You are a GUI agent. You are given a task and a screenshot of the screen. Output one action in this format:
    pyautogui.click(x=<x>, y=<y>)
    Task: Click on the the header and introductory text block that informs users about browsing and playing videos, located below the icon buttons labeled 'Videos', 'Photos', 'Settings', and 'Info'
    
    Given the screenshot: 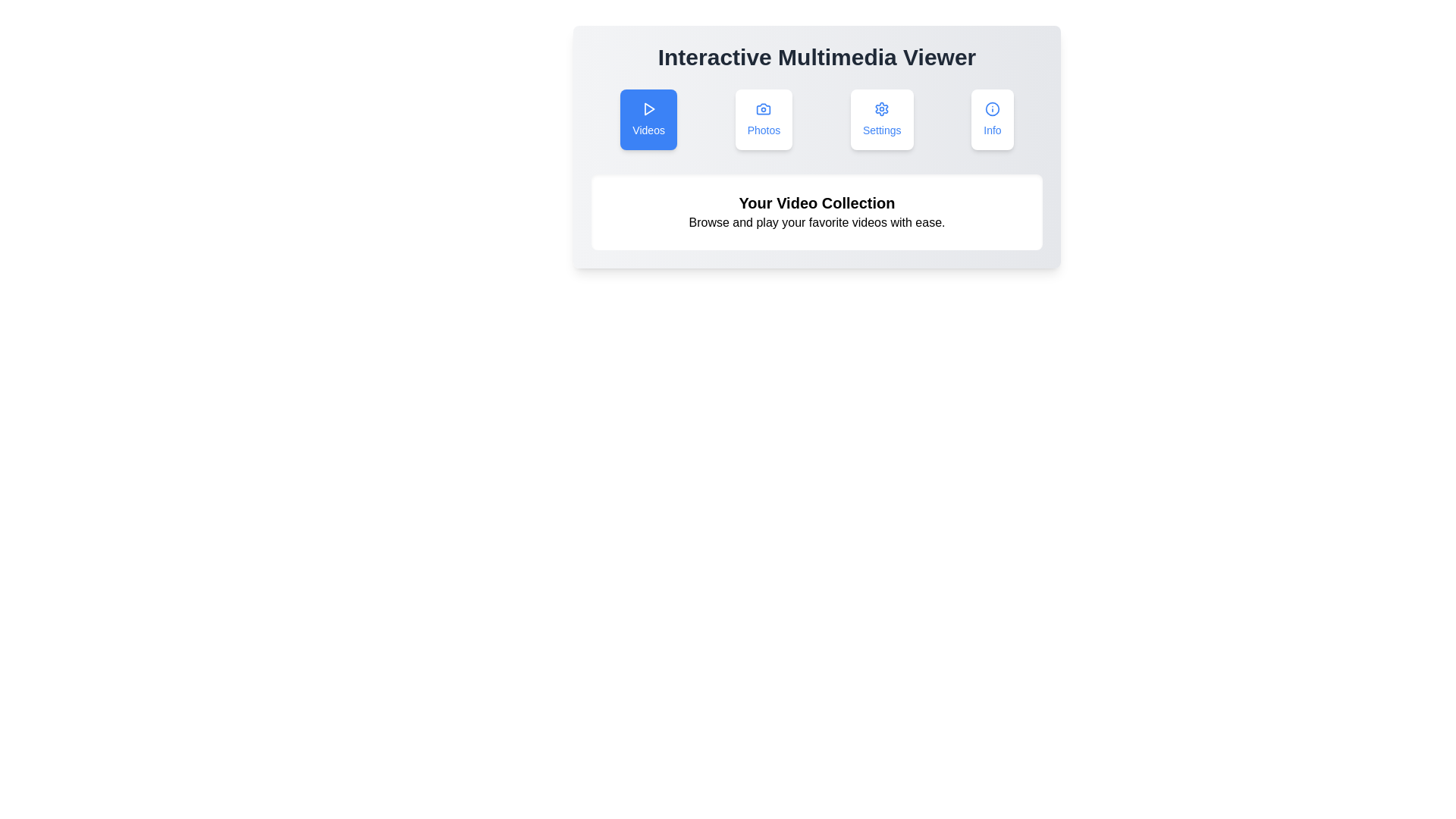 What is the action you would take?
    pyautogui.click(x=816, y=212)
    